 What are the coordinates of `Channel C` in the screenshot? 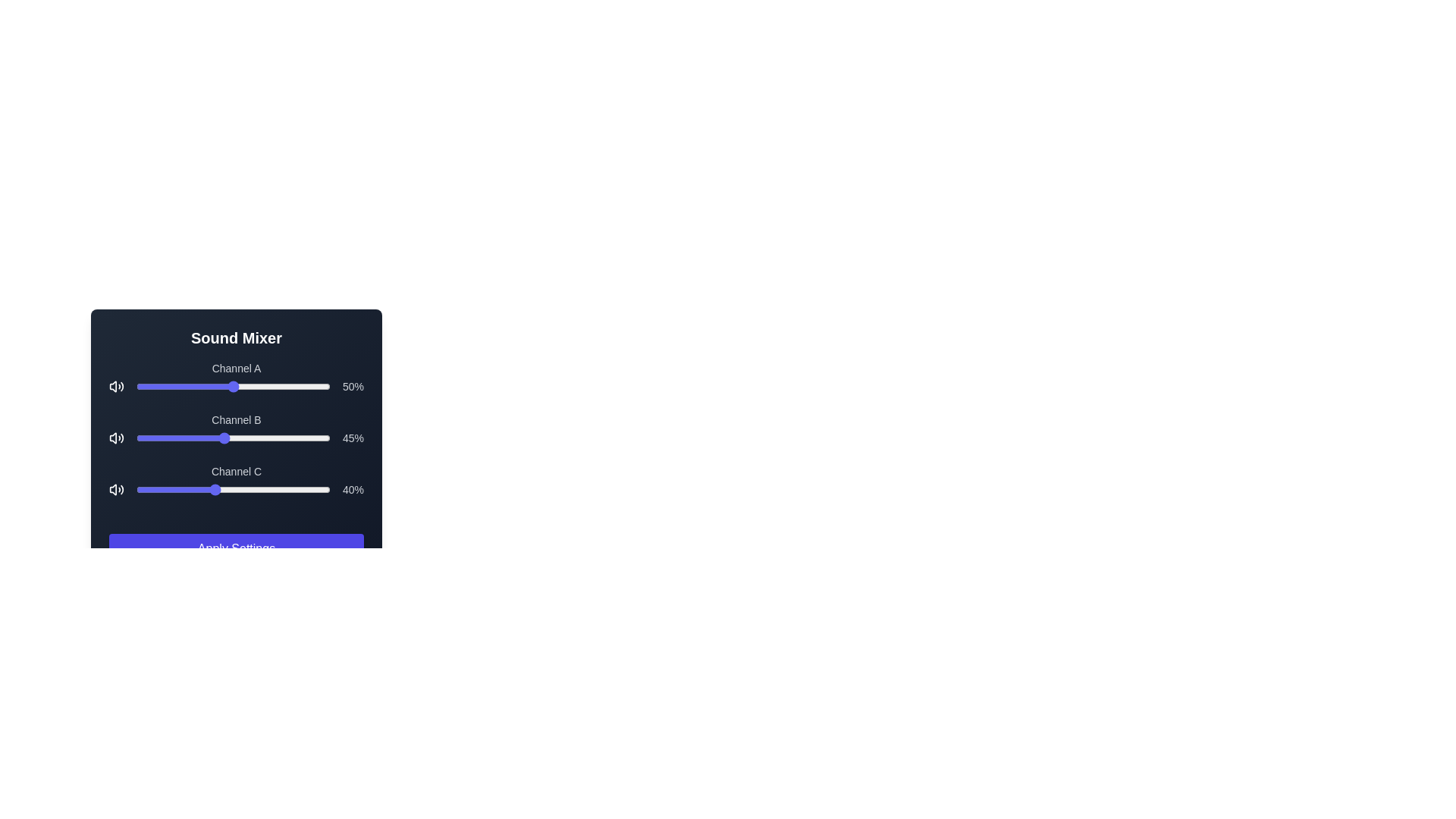 It's located at (268, 489).